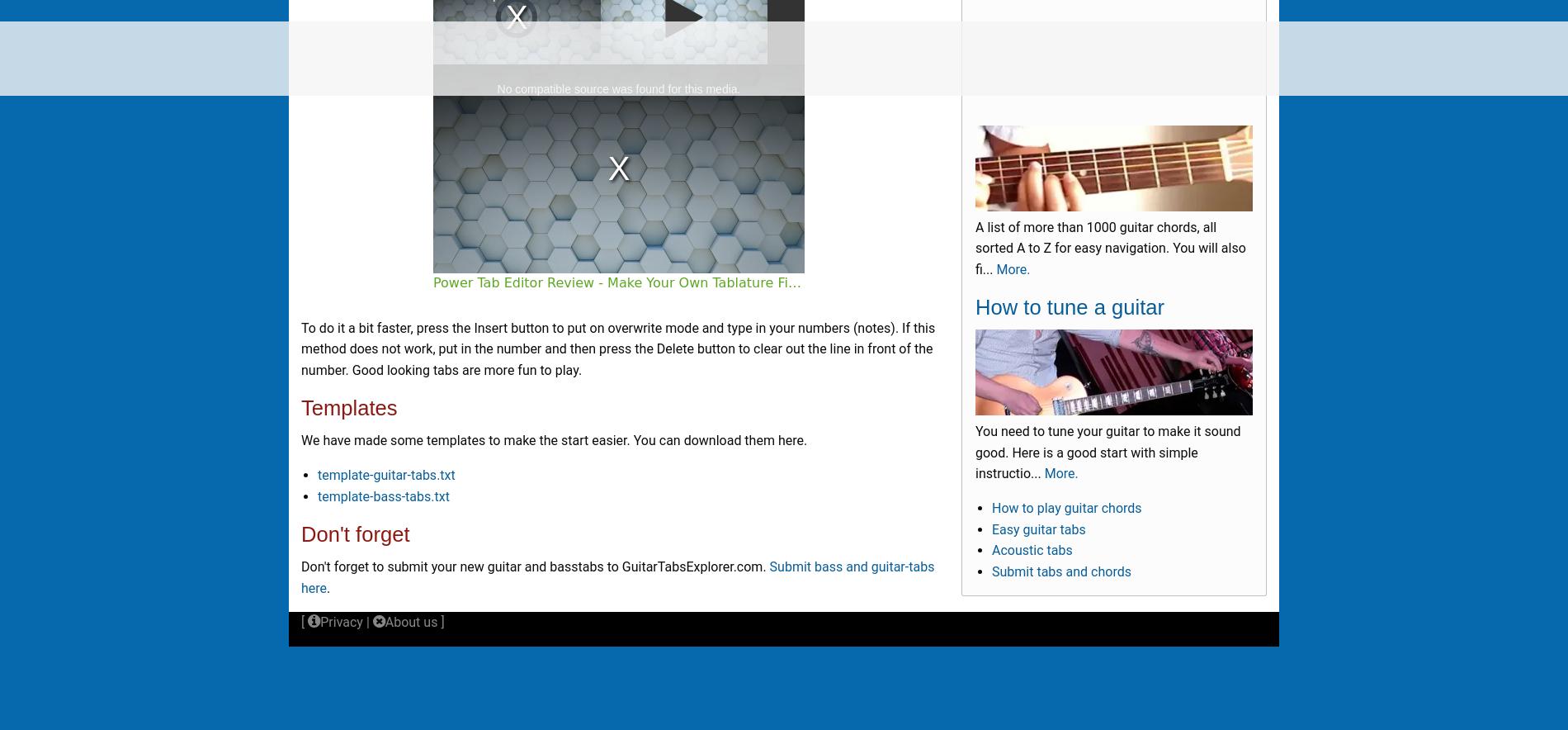 The height and width of the screenshot is (730, 1568). Describe the element at coordinates (441, 622) in the screenshot. I see `']'` at that location.